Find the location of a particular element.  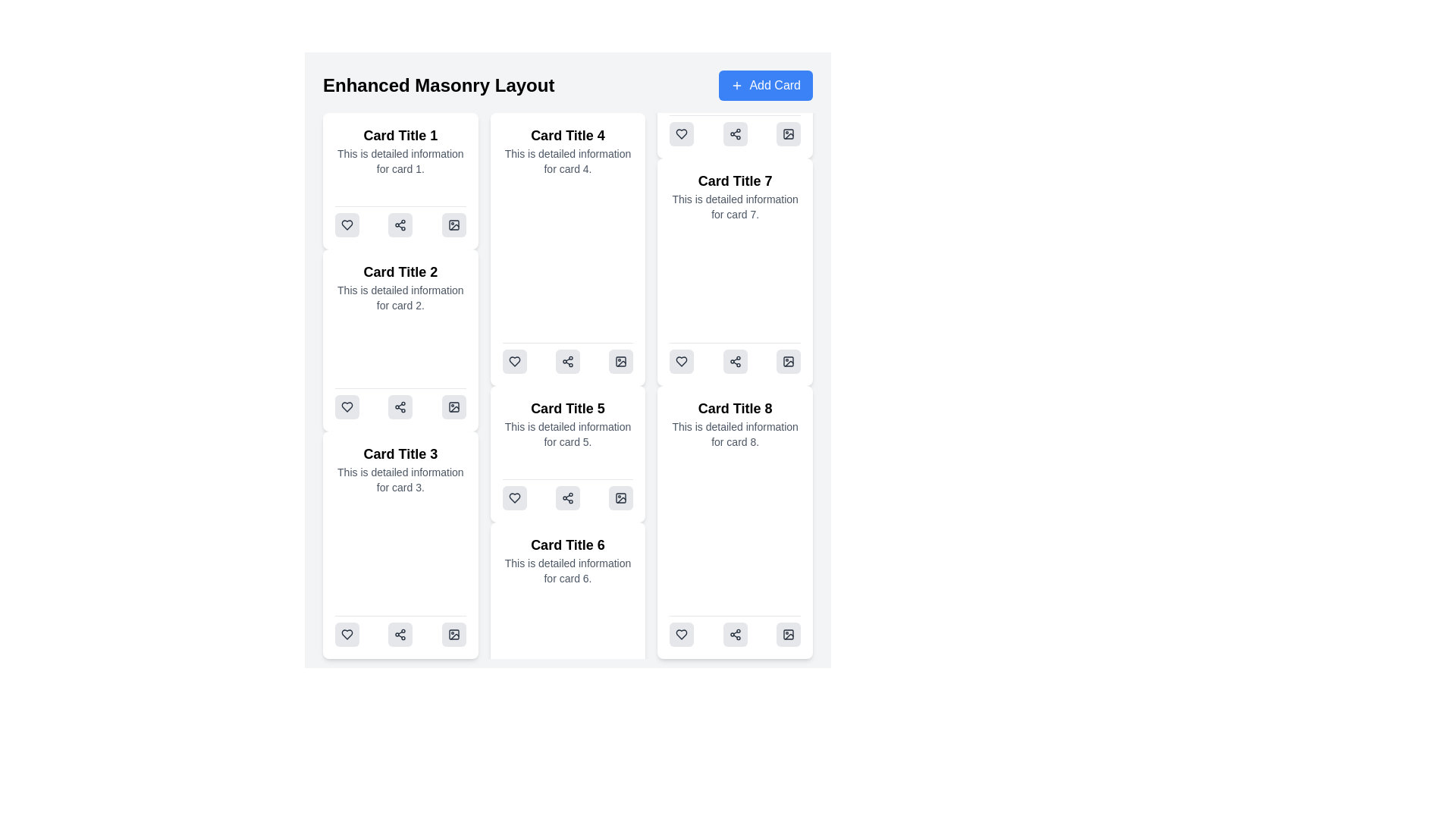

the heart-shaped icon located inside the action bar beneath 'Card Title 7' in the 'Enhanced Masonry Layout'. It is the first icon in this row of actions, positioned to the left of the share icon is located at coordinates (681, 133).